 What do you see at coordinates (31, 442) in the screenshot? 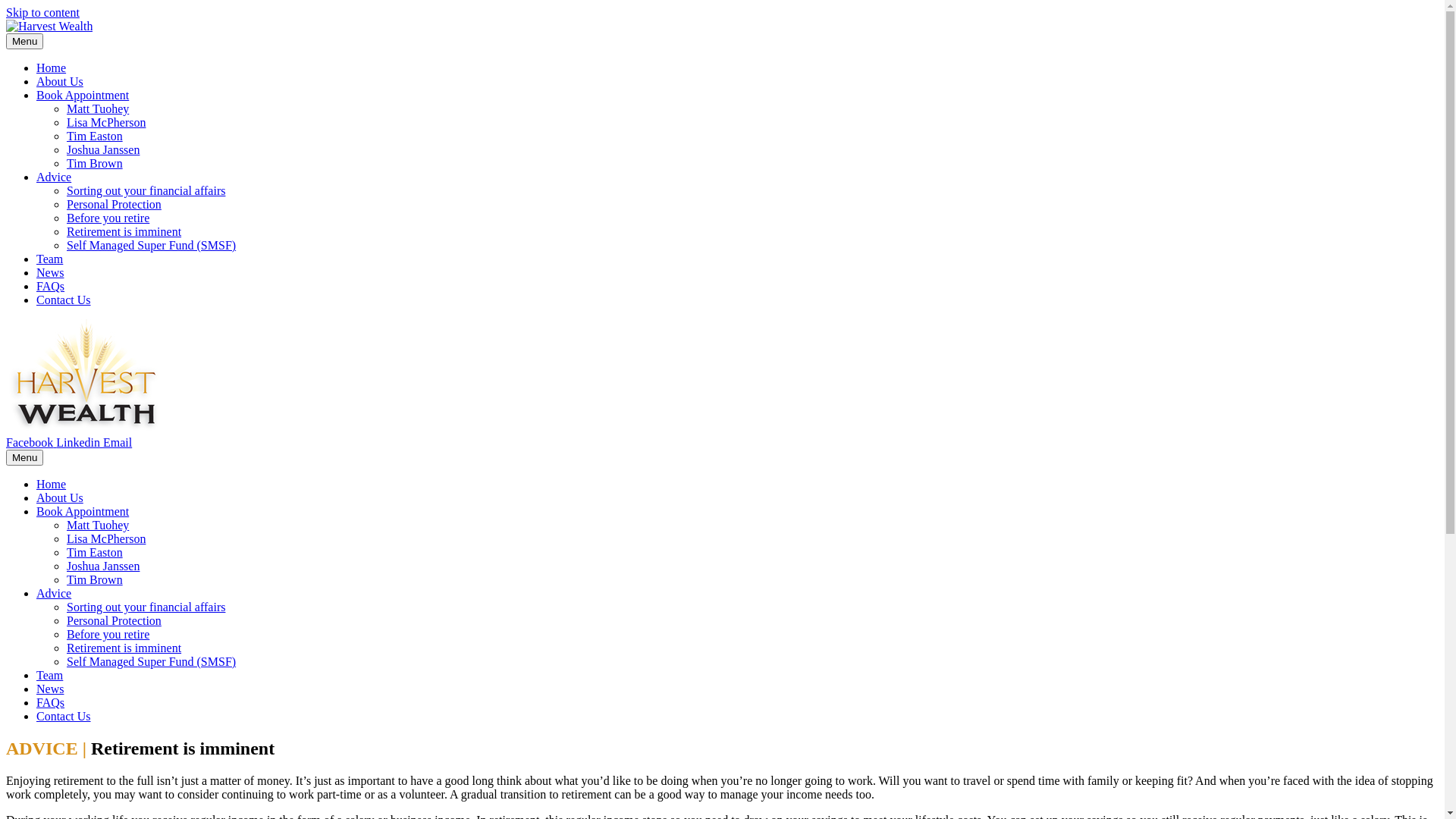
I see `'Facebook'` at bounding box center [31, 442].